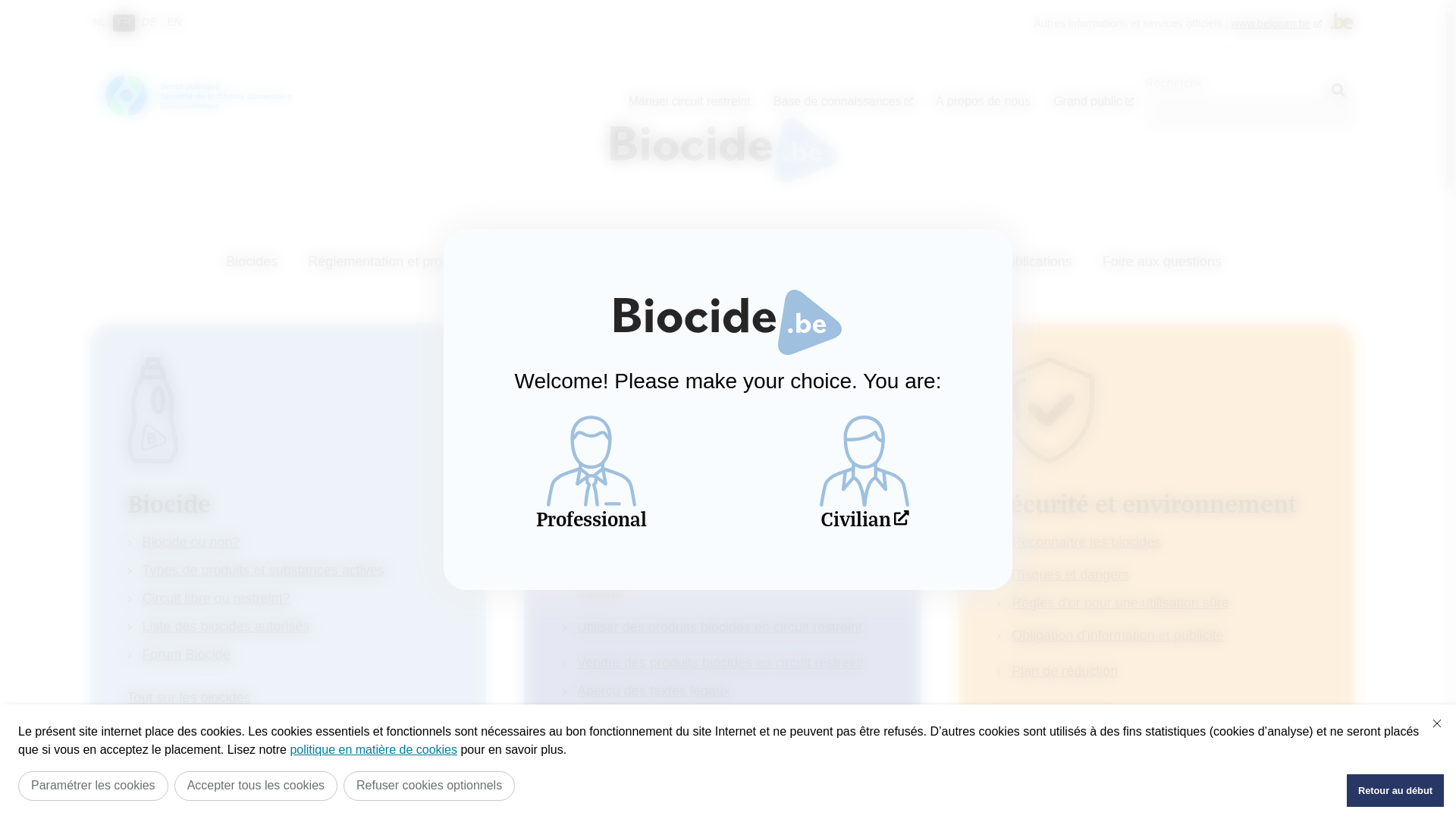 The width and height of the screenshot is (1456, 819). I want to click on 'Forum Biocide', so click(185, 654).